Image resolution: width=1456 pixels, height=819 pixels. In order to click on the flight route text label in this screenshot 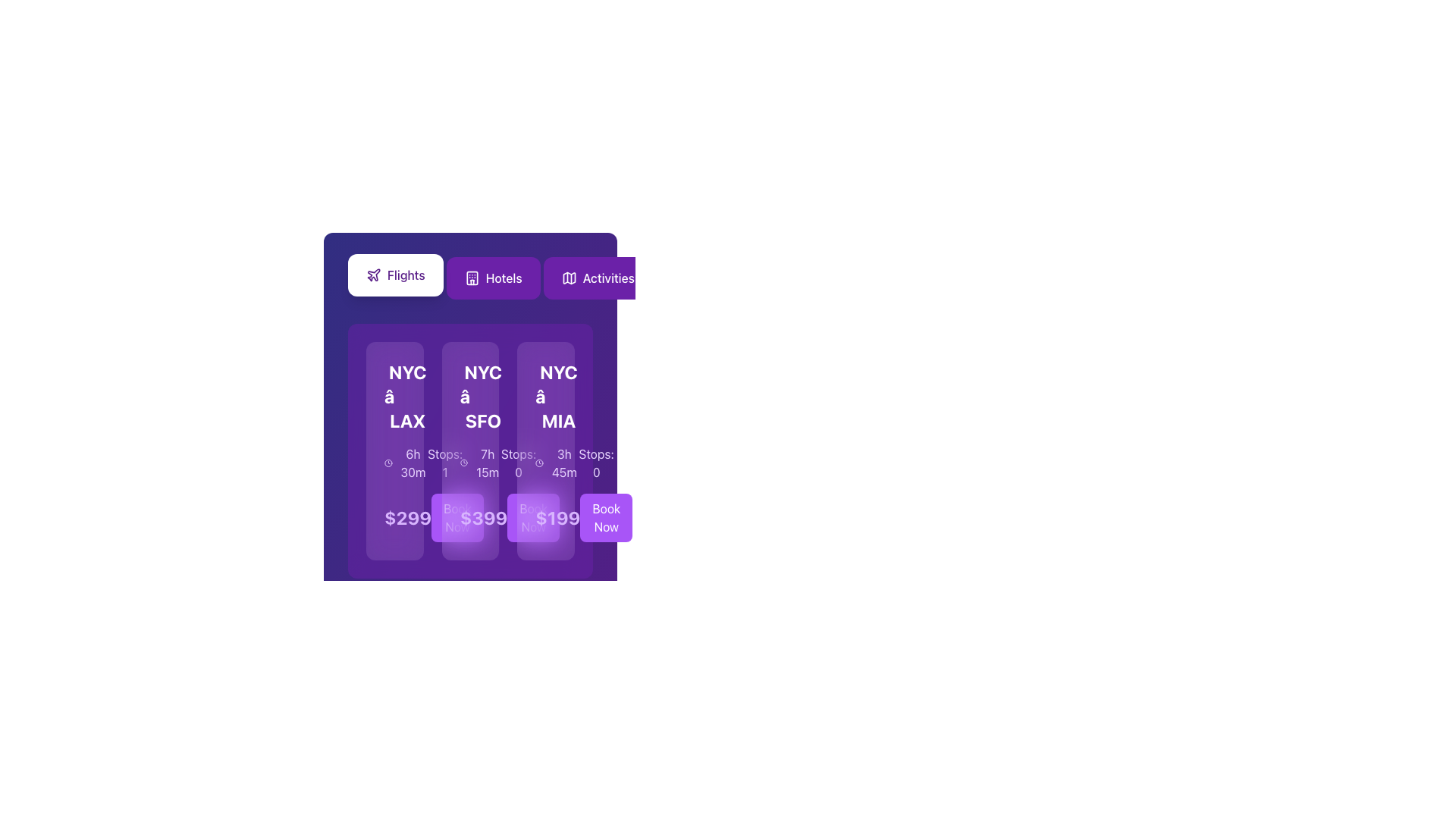, I will do `click(407, 396)`.